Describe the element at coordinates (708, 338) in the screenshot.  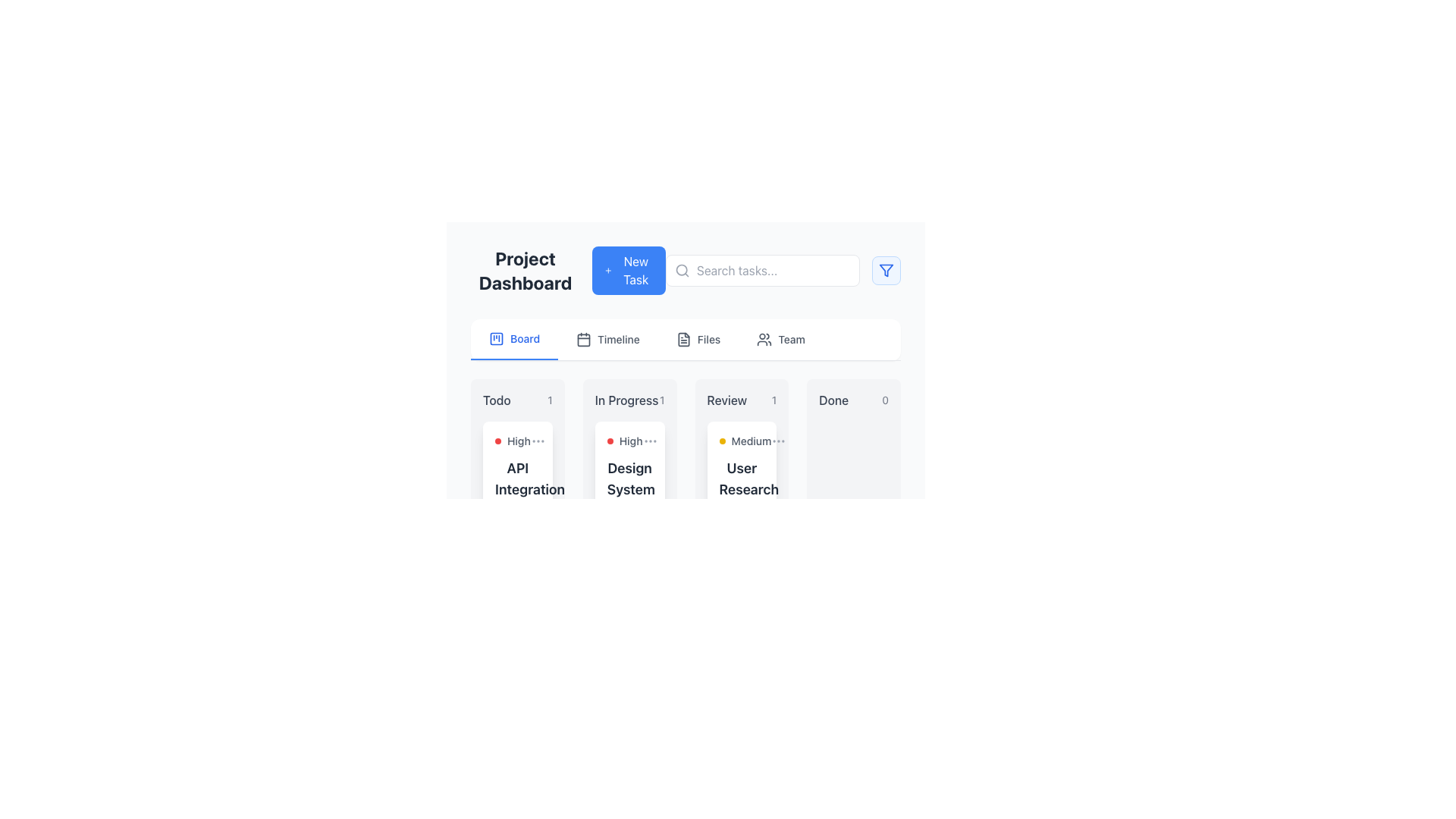
I see `the text label in the horizontal navigation menu that is positioned to the right of the 'Timeline' button and to the left of the 'Team' button` at that location.